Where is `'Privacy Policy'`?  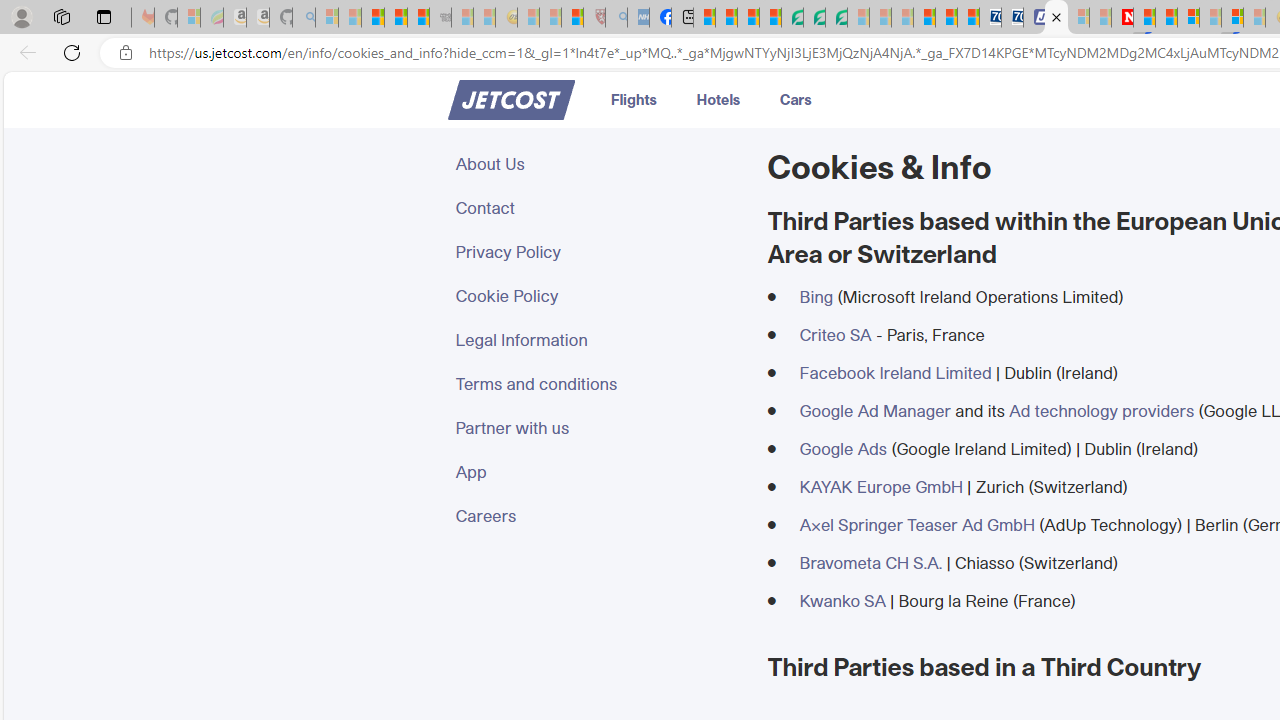 'Privacy Policy' is located at coordinates (598, 250).